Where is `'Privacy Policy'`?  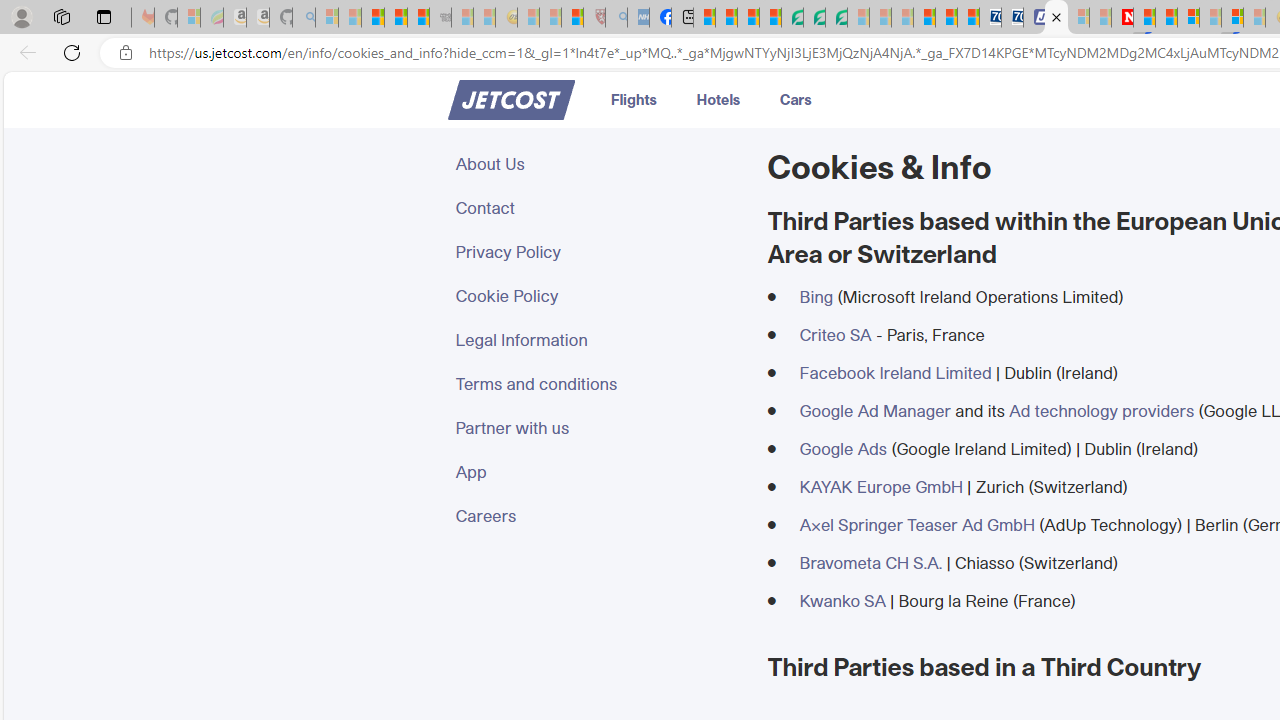 'Privacy Policy' is located at coordinates (598, 250).